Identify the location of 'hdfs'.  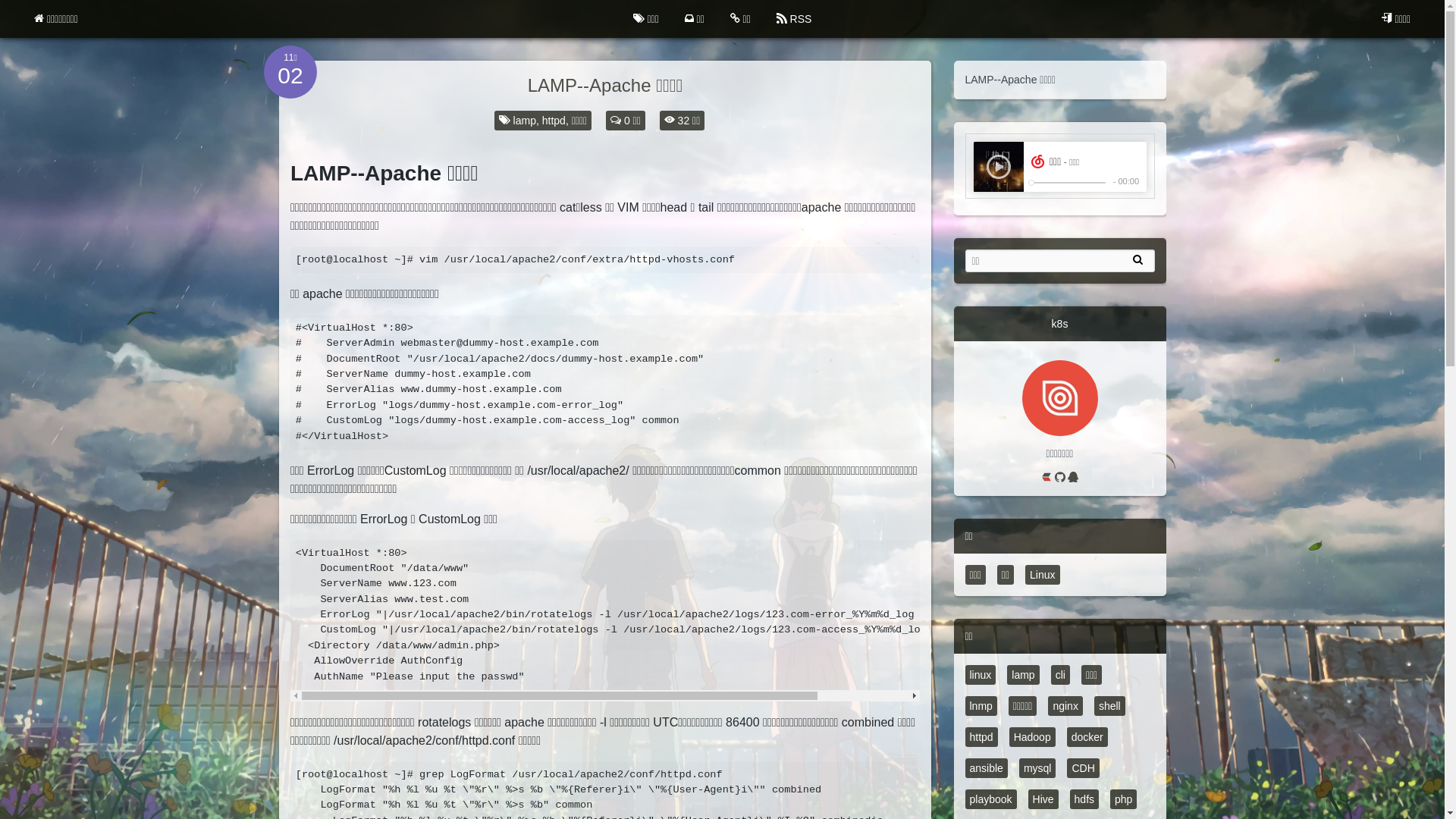
(1084, 798).